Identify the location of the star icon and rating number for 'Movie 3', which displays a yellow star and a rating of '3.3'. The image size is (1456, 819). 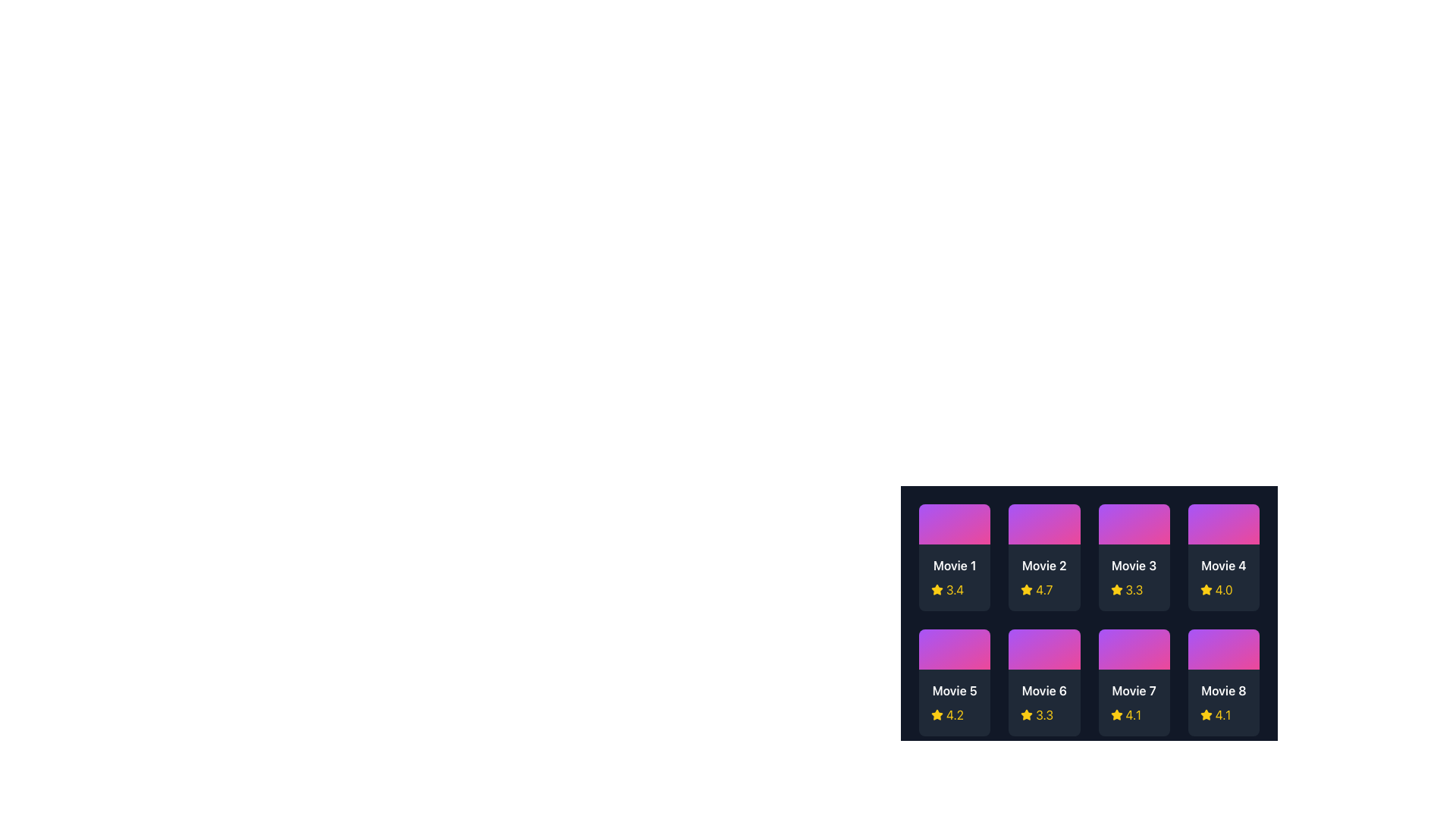
(1134, 589).